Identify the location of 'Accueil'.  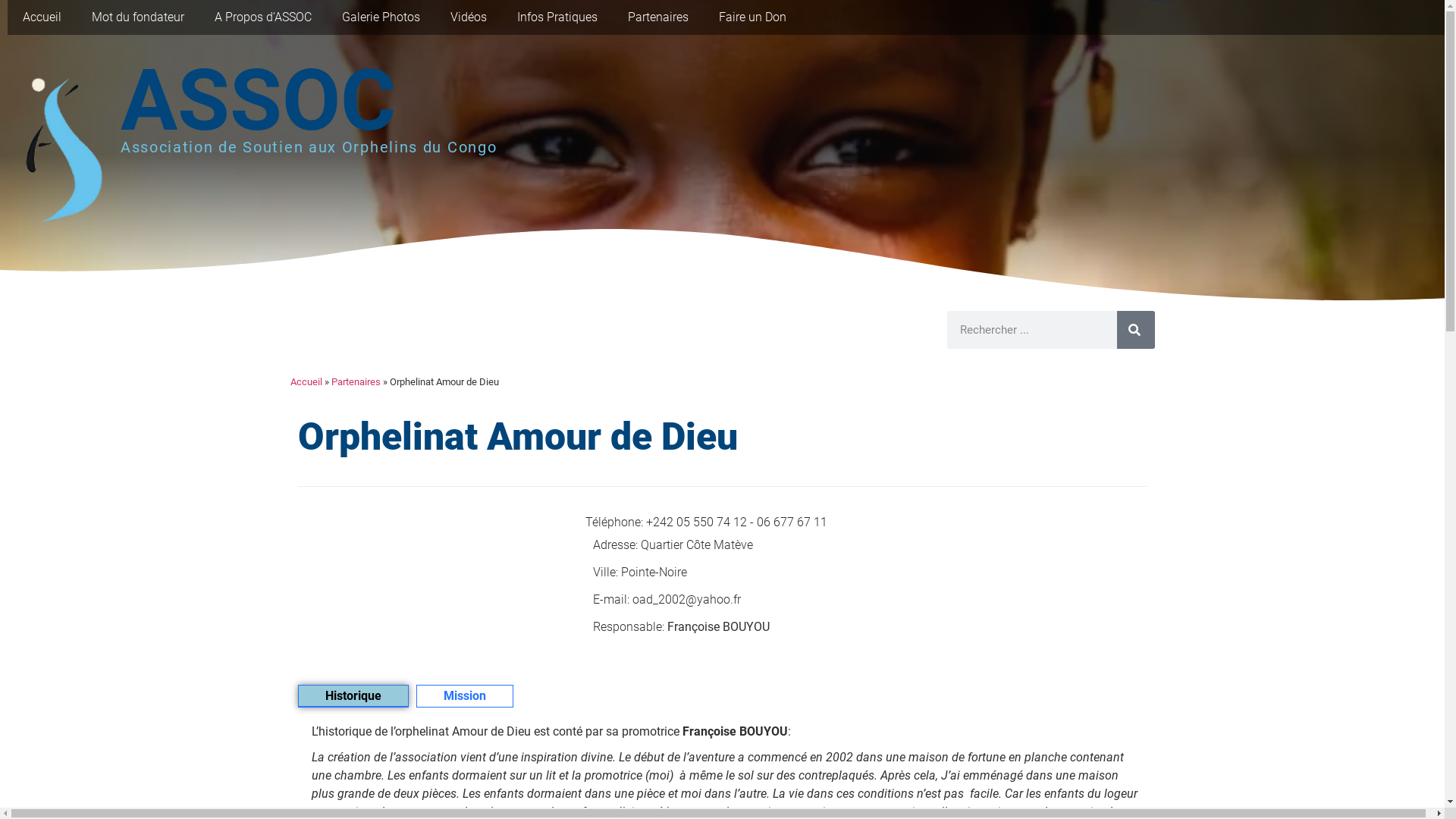
(42, 17).